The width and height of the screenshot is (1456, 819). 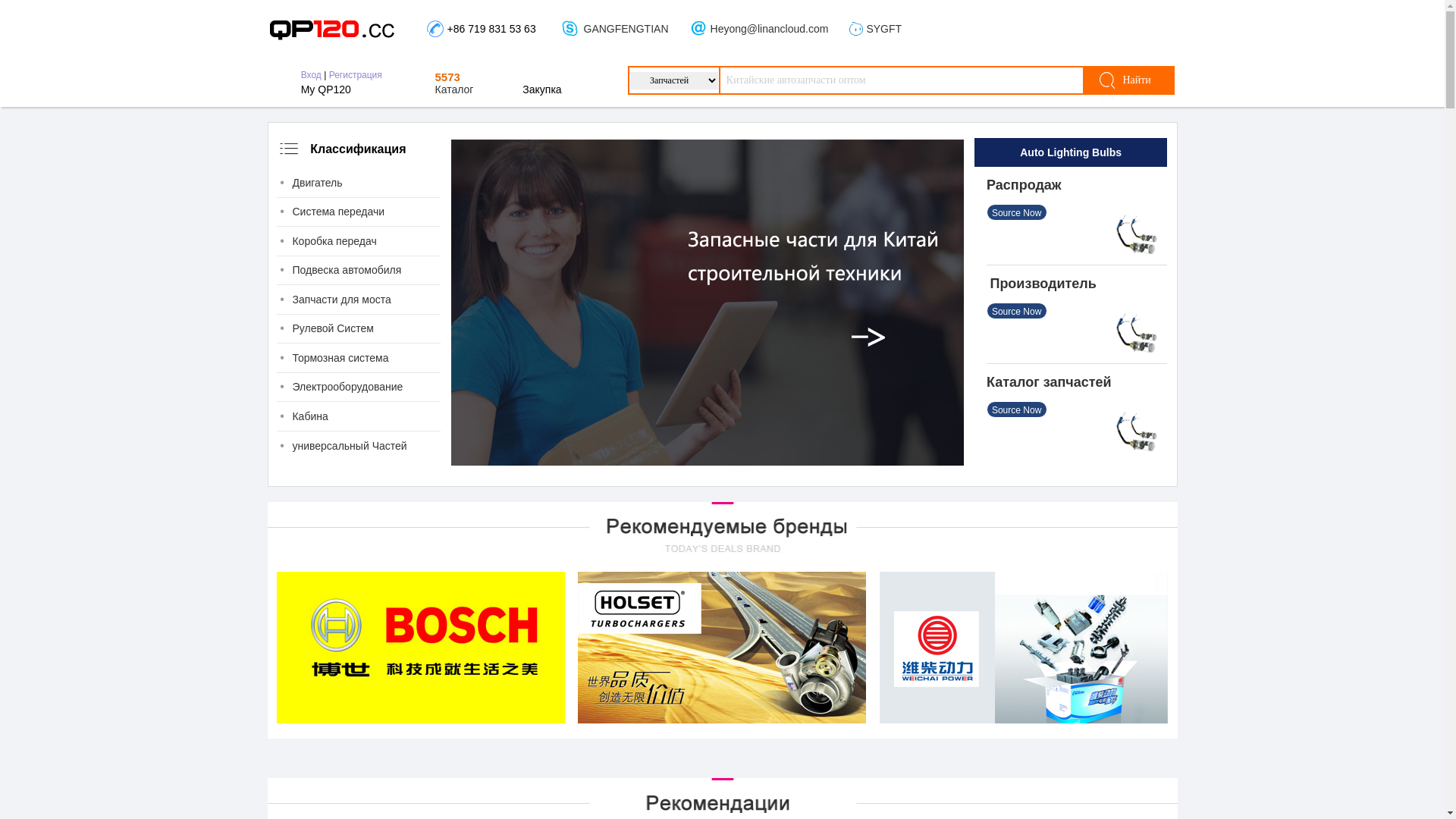 What do you see at coordinates (447, 77) in the screenshot?
I see `'5573'` at bounding box center [447, 77].